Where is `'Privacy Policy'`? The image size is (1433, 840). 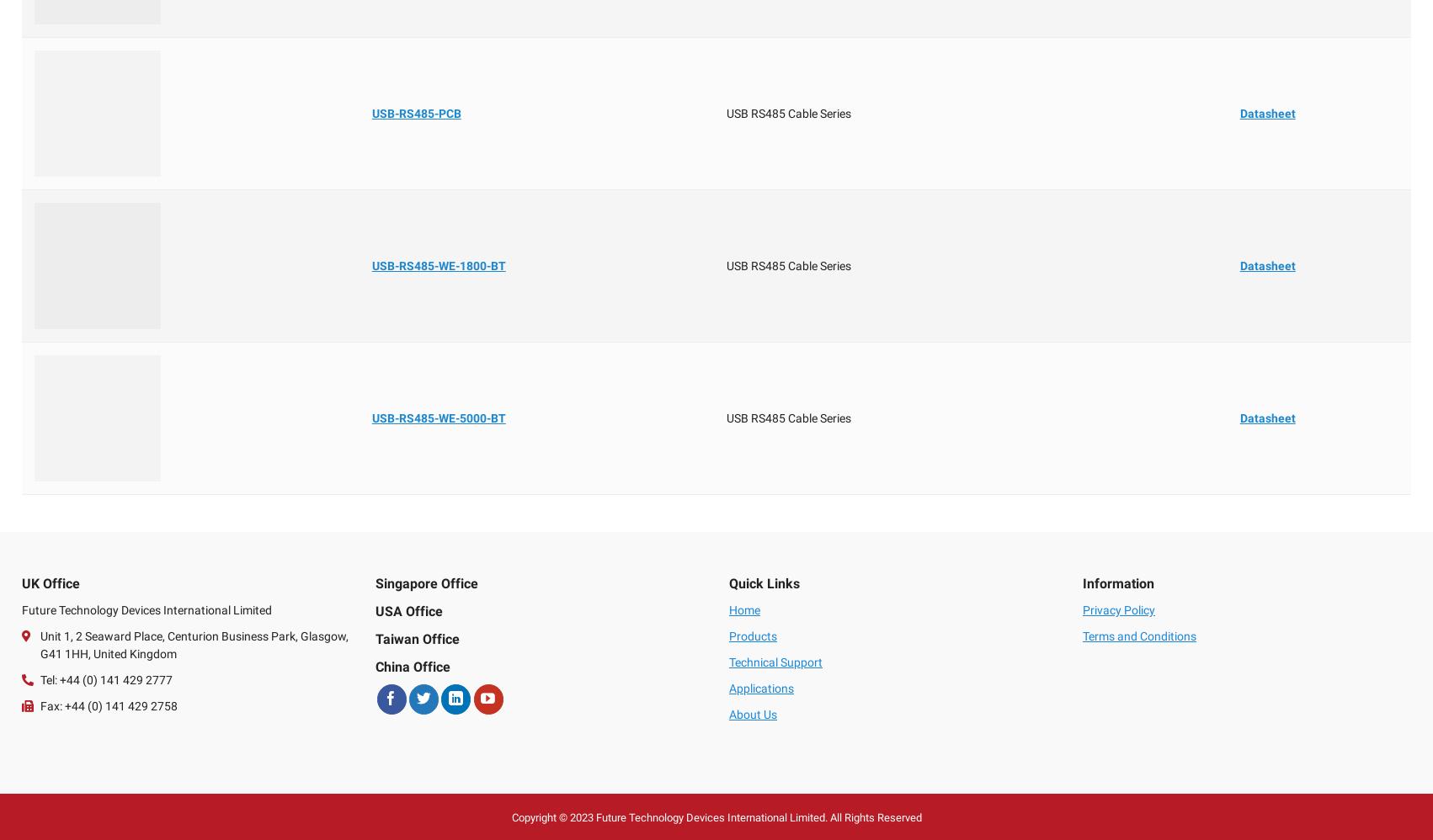
'Privacy Policy' is located at coordinates (1117, 610).